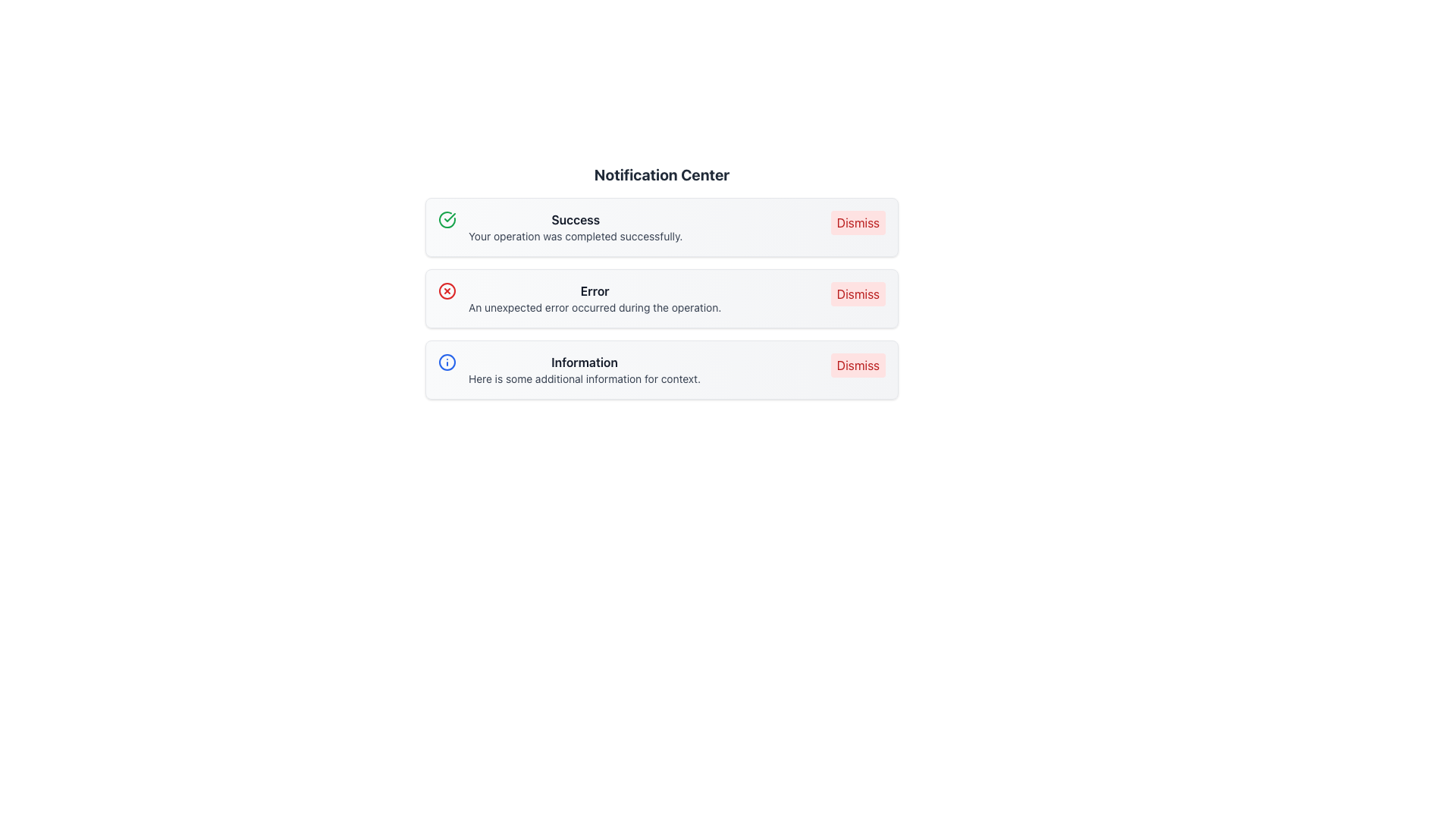  What do you see at coordinates (575, 237) in the screenshot?
I see `the static text element that displays additional details about the successful operation, located below the 'Success' header` at bounding box center [575, 237].